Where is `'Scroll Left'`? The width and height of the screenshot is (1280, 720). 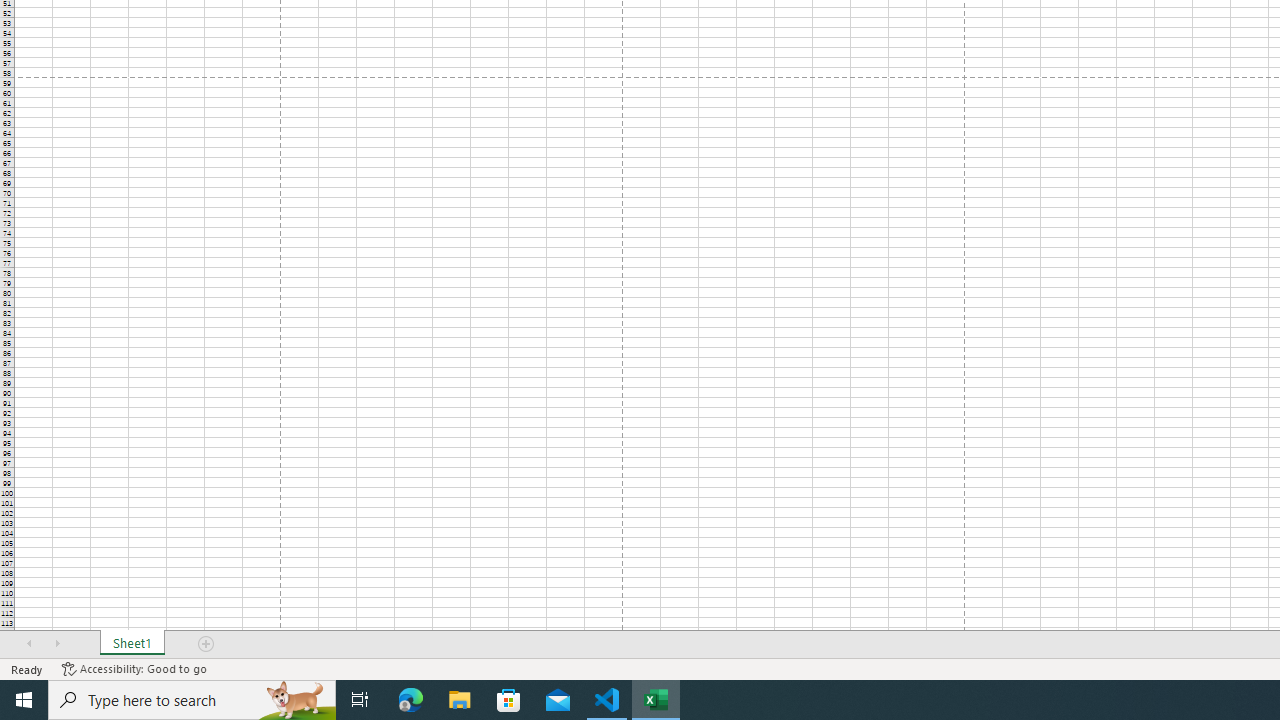
'Scroll Left' is located at coordinates (29, 644).